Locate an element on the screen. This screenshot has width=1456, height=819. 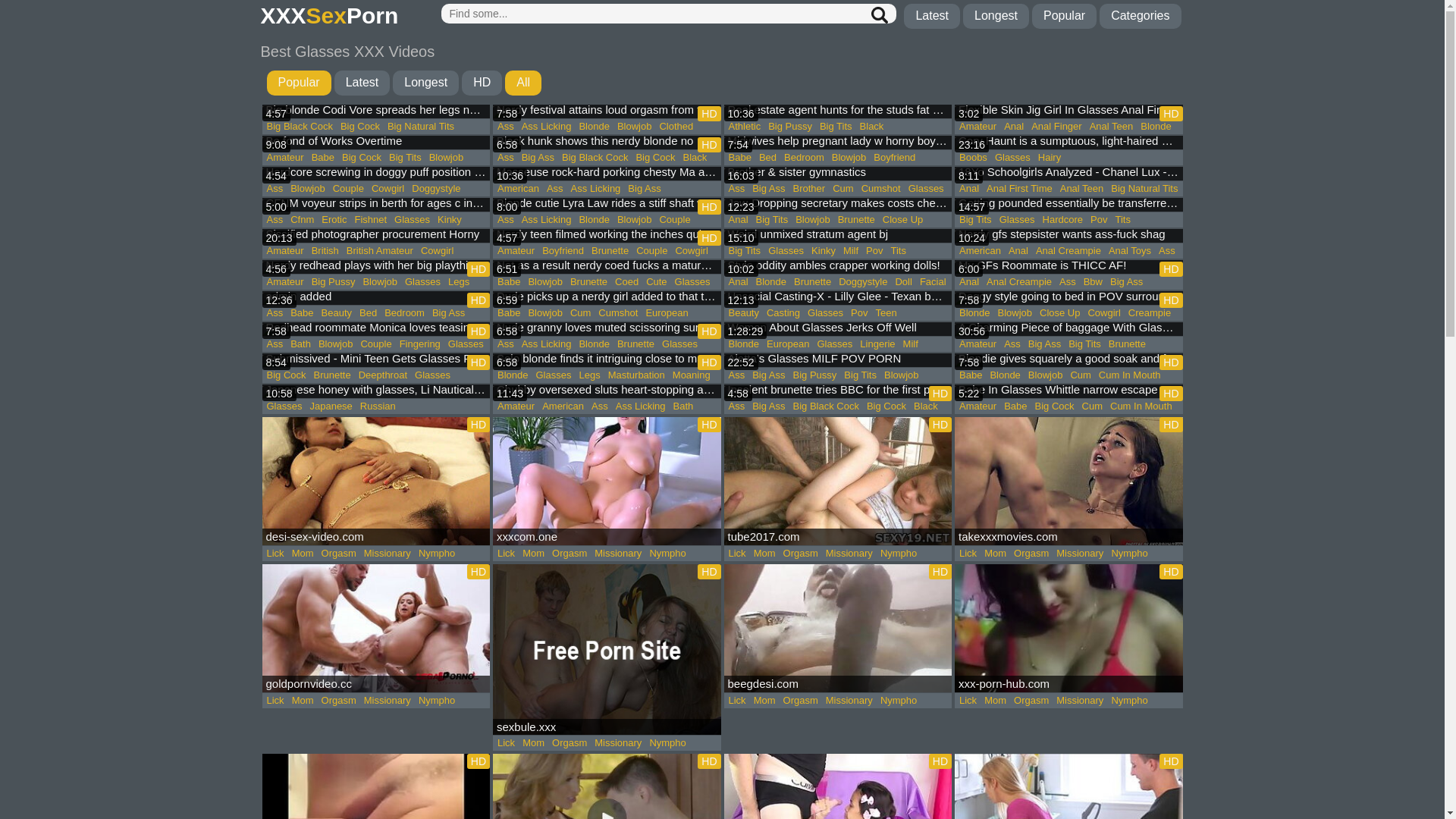
'Style oddity ambles crapper working dolls! is located at coordinates (836, 267).